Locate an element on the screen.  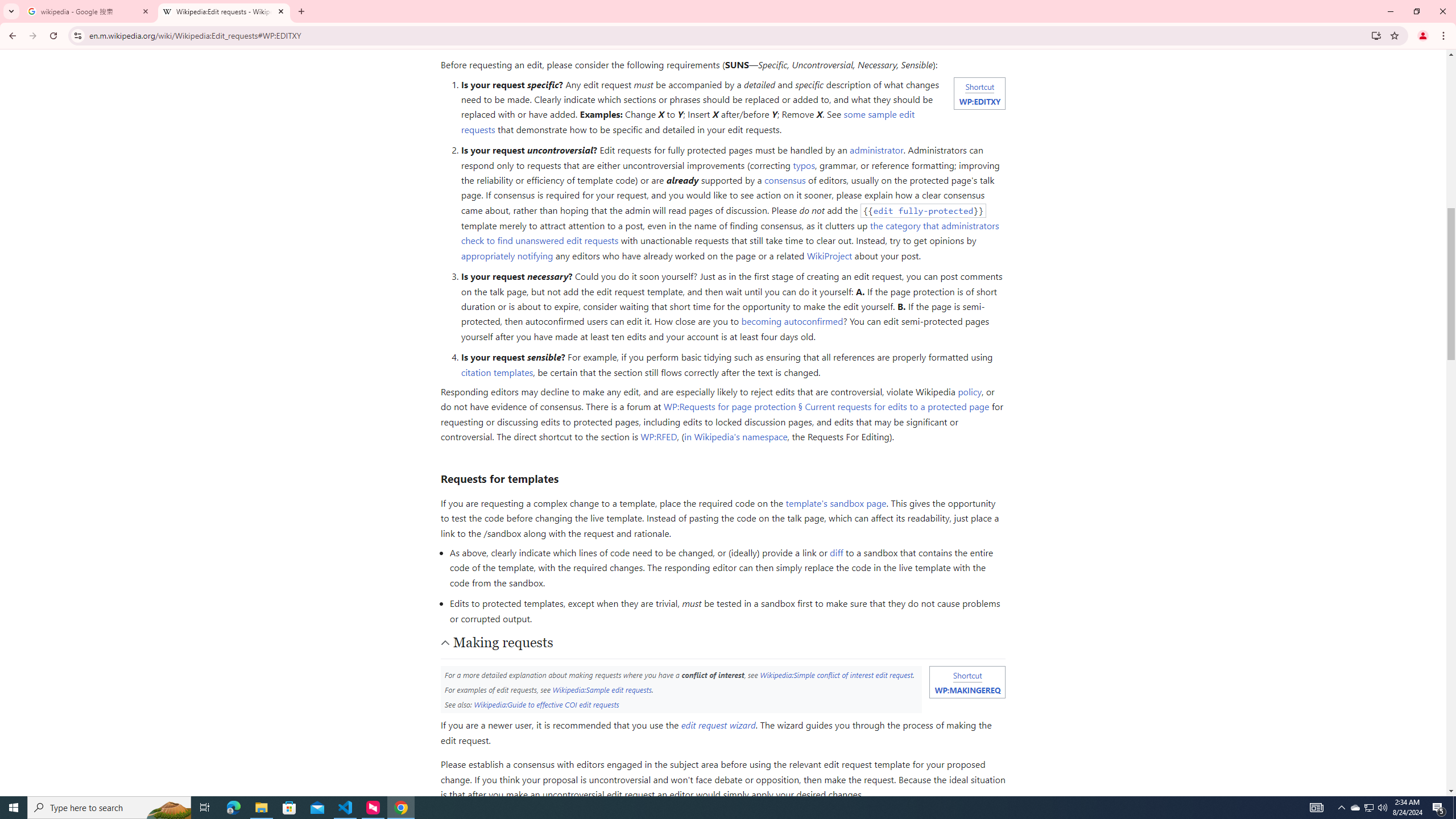
'citation templates' is located at coordinates (496, 372).